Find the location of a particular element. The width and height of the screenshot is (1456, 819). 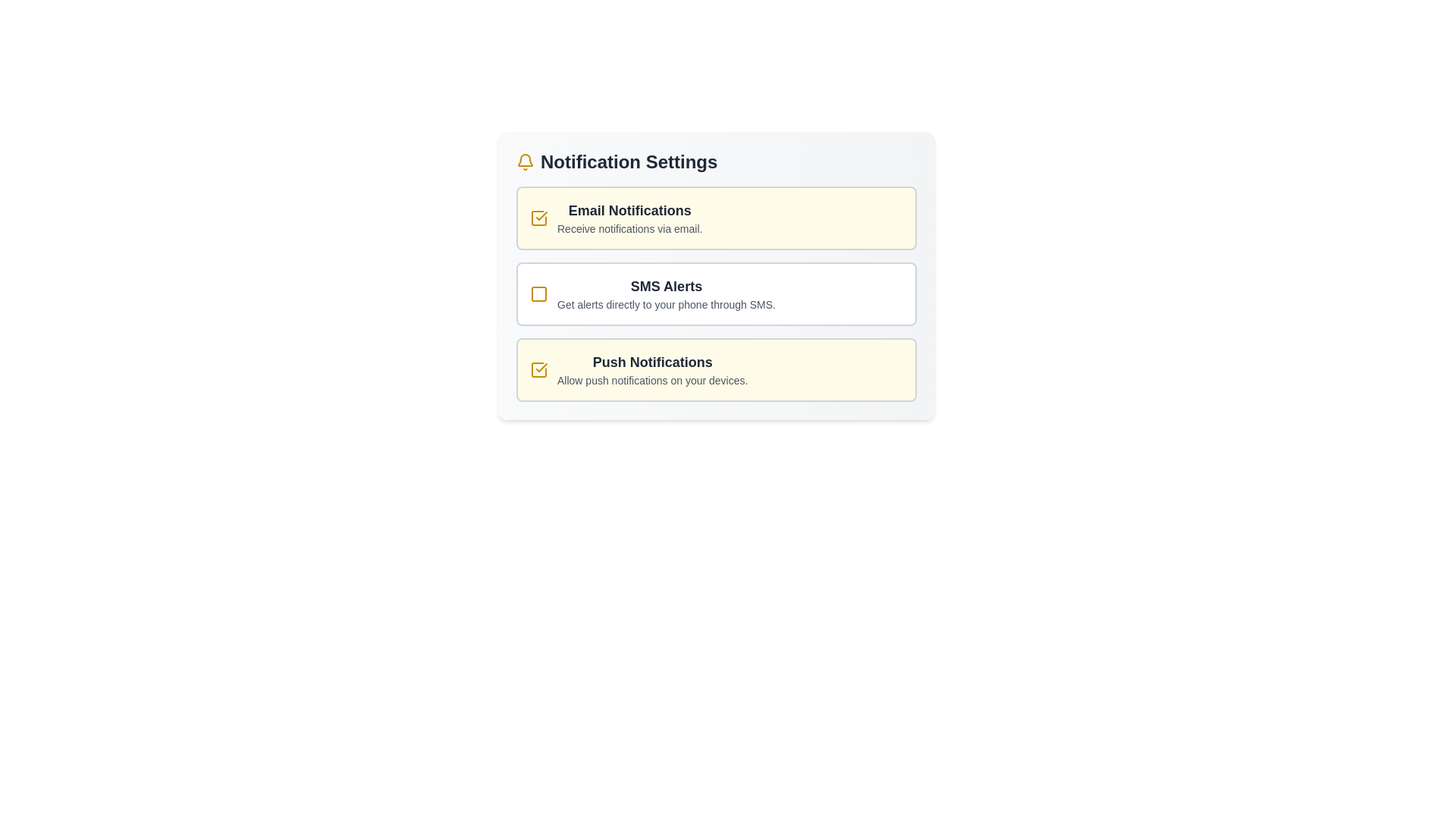

the Text Label that displays 'Email Notifications' with a description of 'Receive notifications via email.' located in the Notification Settings section is located at coordinates (629, 218).